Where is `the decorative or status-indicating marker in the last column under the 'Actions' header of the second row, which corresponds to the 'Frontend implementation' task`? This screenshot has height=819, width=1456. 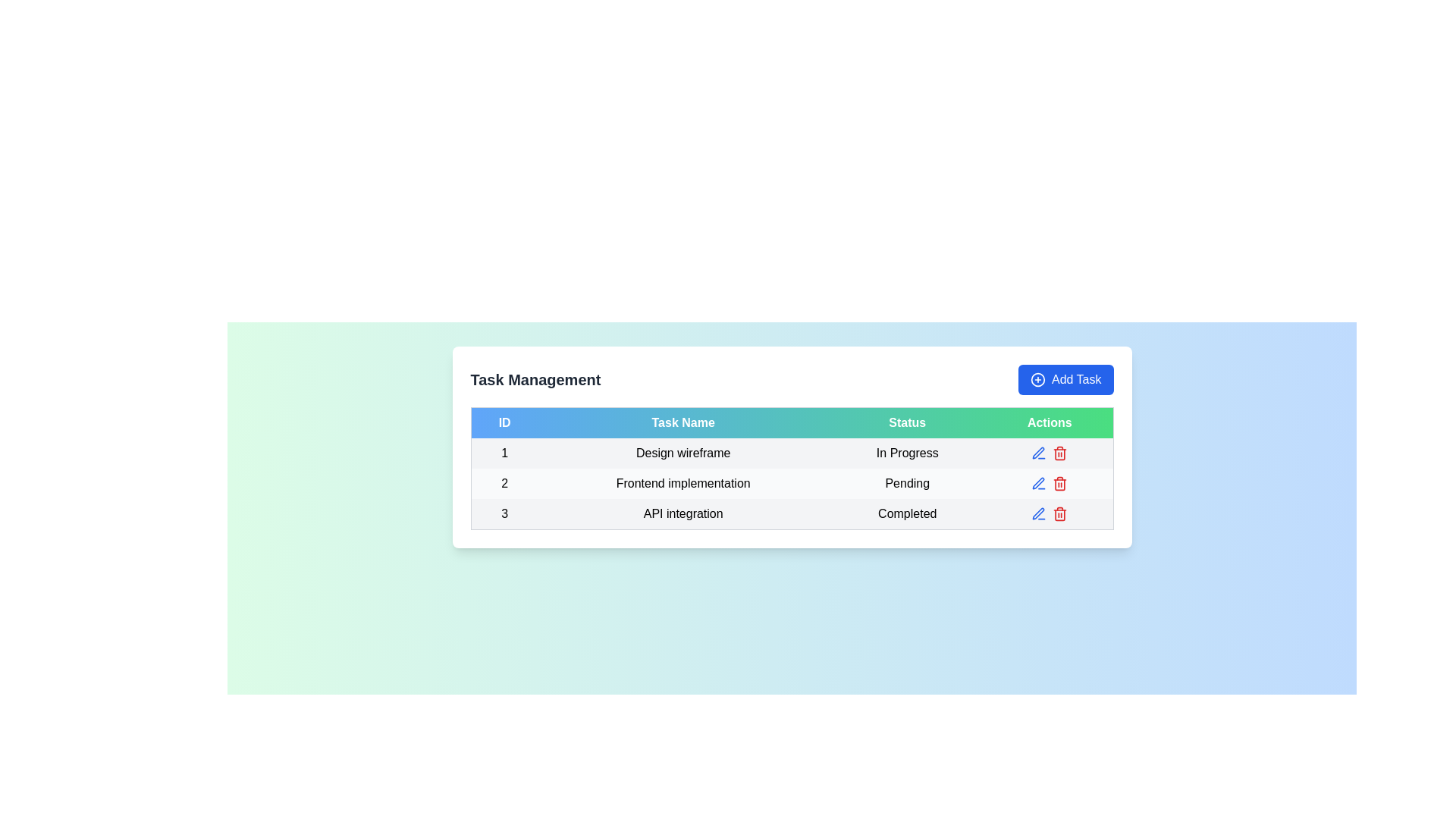 the decorative or status-indicating marker in the last column under the 'Actions' header of the second row, which corresponds to the 'Frontend implementation' task is located at coordinates (1049, 483).